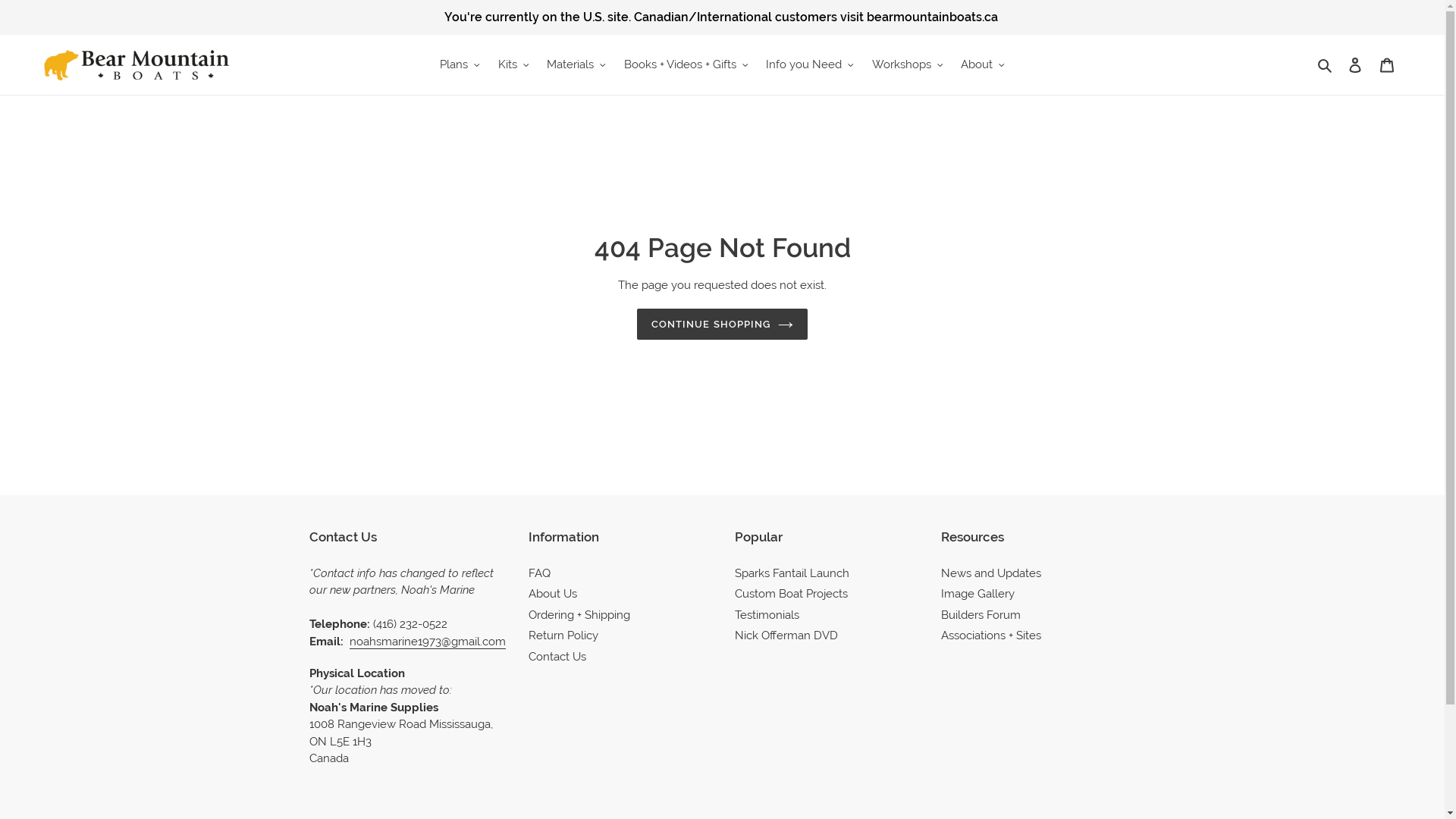 This screenshot has width=1456, height=819. What do you see at coordinates (1354, 64) in the screenshot?
I see `'Log in'` at bounding box center [1354, 64].